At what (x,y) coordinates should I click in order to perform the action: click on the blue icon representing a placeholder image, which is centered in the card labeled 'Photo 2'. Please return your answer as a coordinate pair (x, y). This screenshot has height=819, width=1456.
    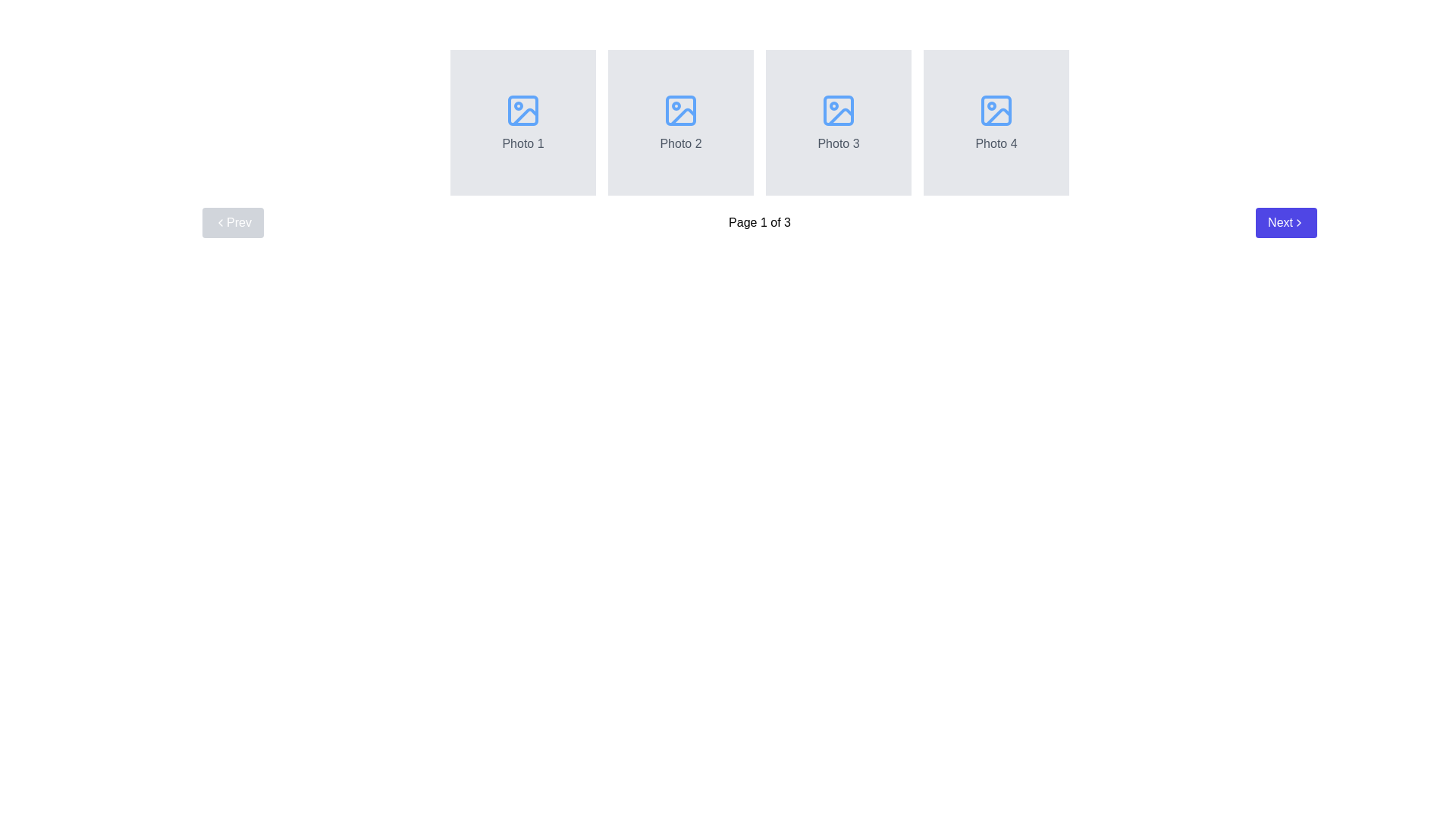
    Looking at the image, I should click on (679, 110).